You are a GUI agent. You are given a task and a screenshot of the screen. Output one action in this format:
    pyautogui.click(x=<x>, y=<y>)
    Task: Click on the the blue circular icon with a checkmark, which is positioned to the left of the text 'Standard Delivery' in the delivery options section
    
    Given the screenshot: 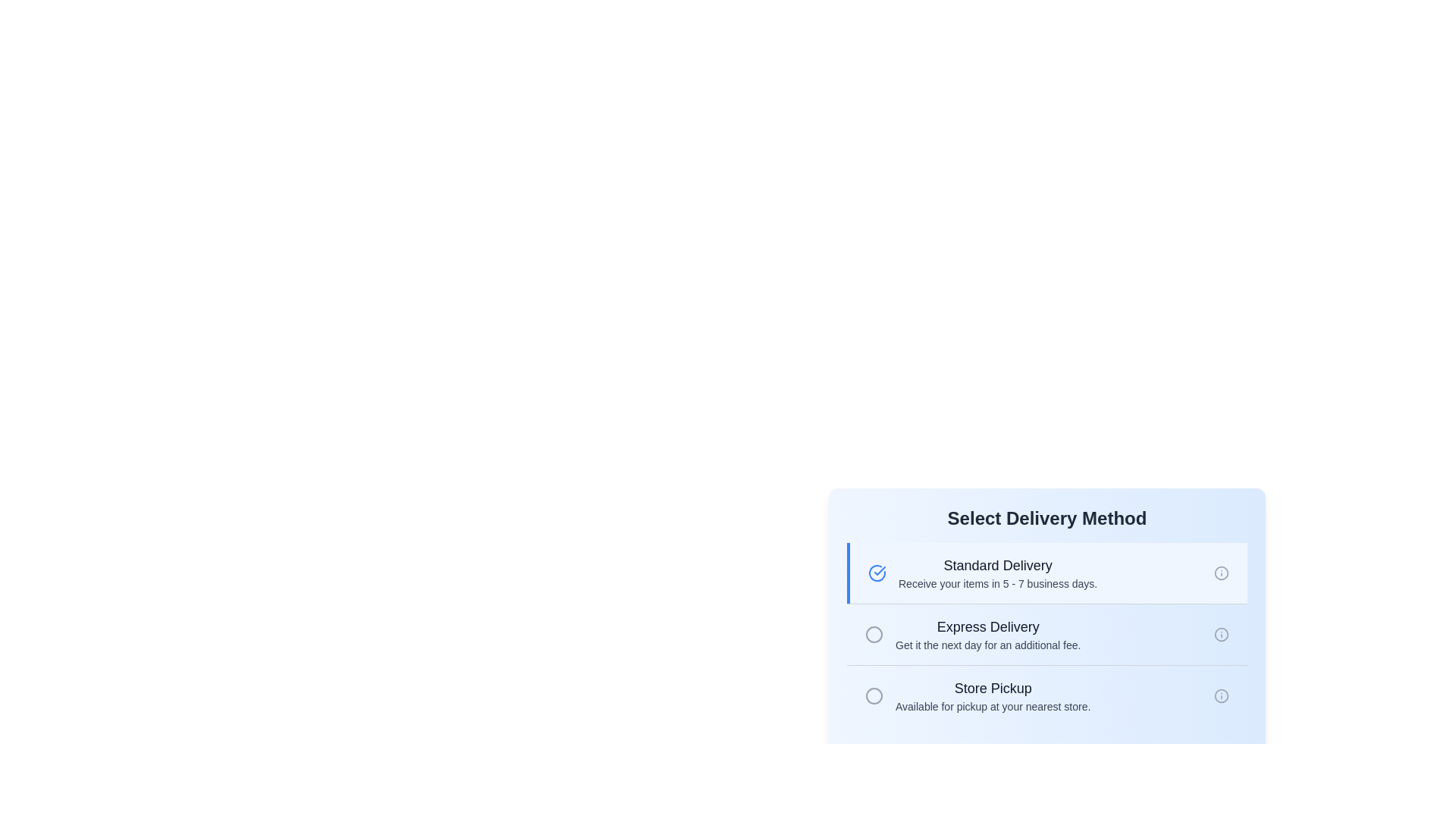 What is the action you would take?
    pyautogui.click(x=877, y=573)
    